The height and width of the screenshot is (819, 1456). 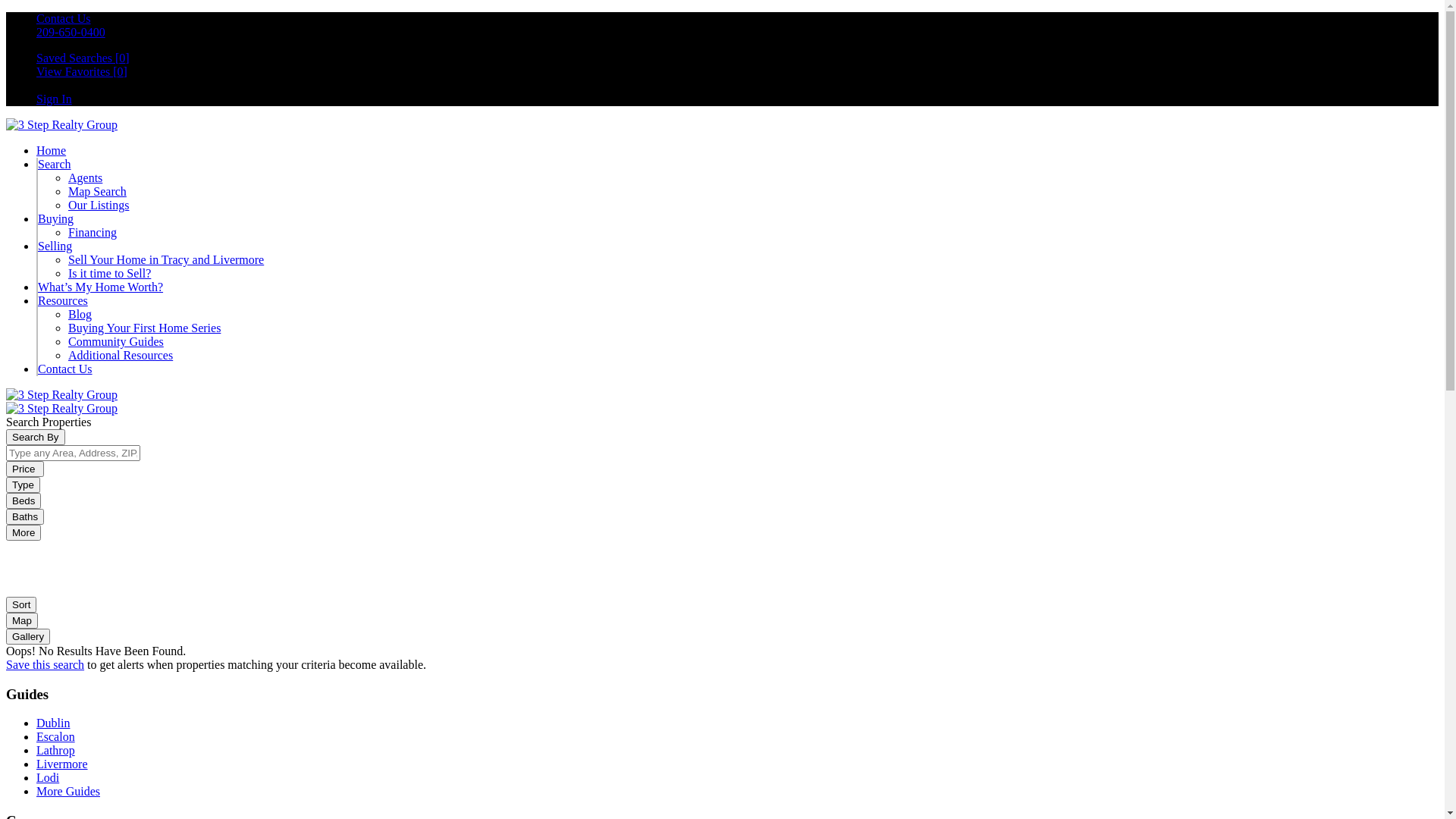 I want to click on 'Saved Searches [0]', so click(x=82, y=57).